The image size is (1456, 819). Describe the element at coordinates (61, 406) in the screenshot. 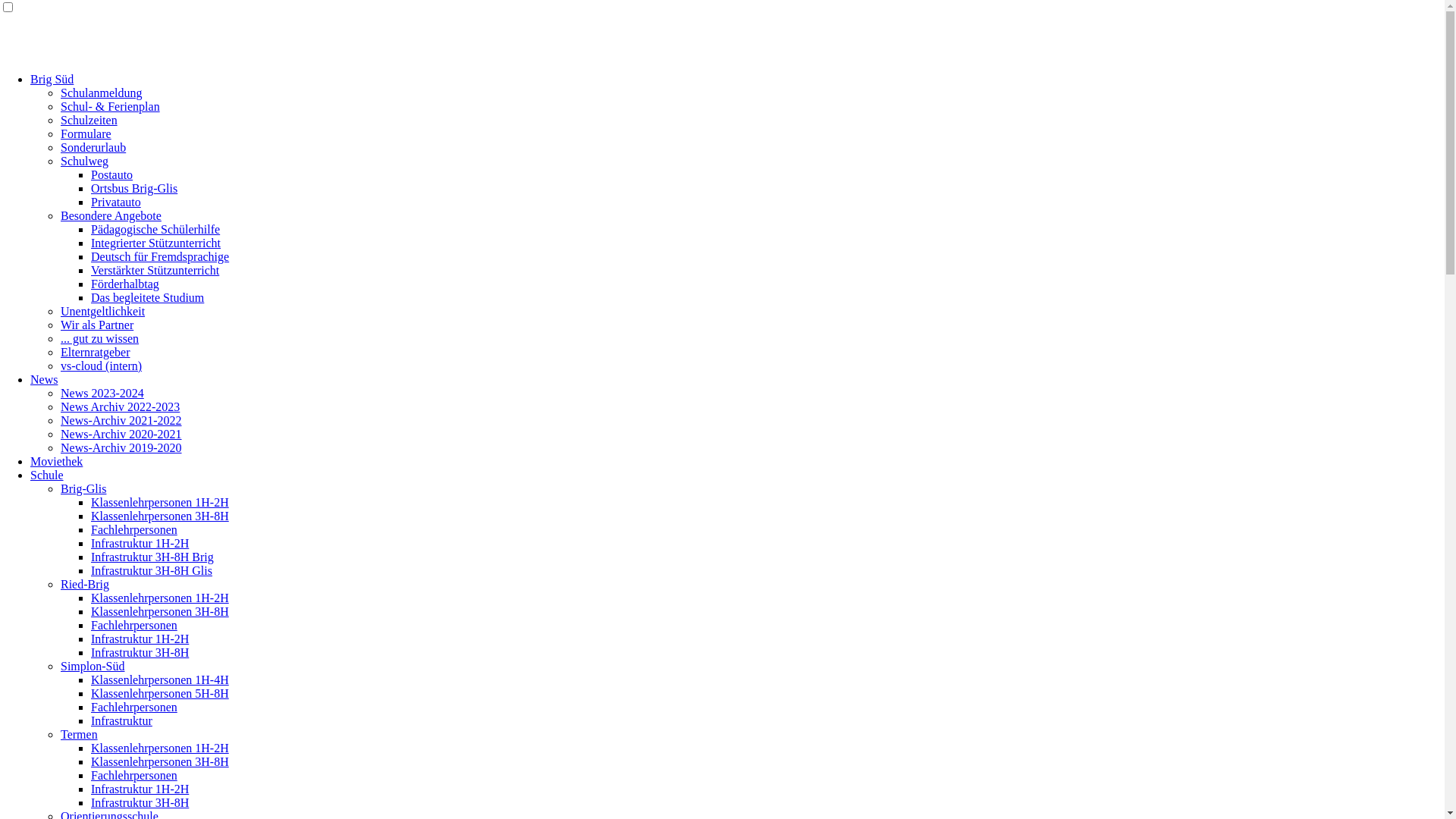

I see `'News Archiv 2022-2023'` at that location.